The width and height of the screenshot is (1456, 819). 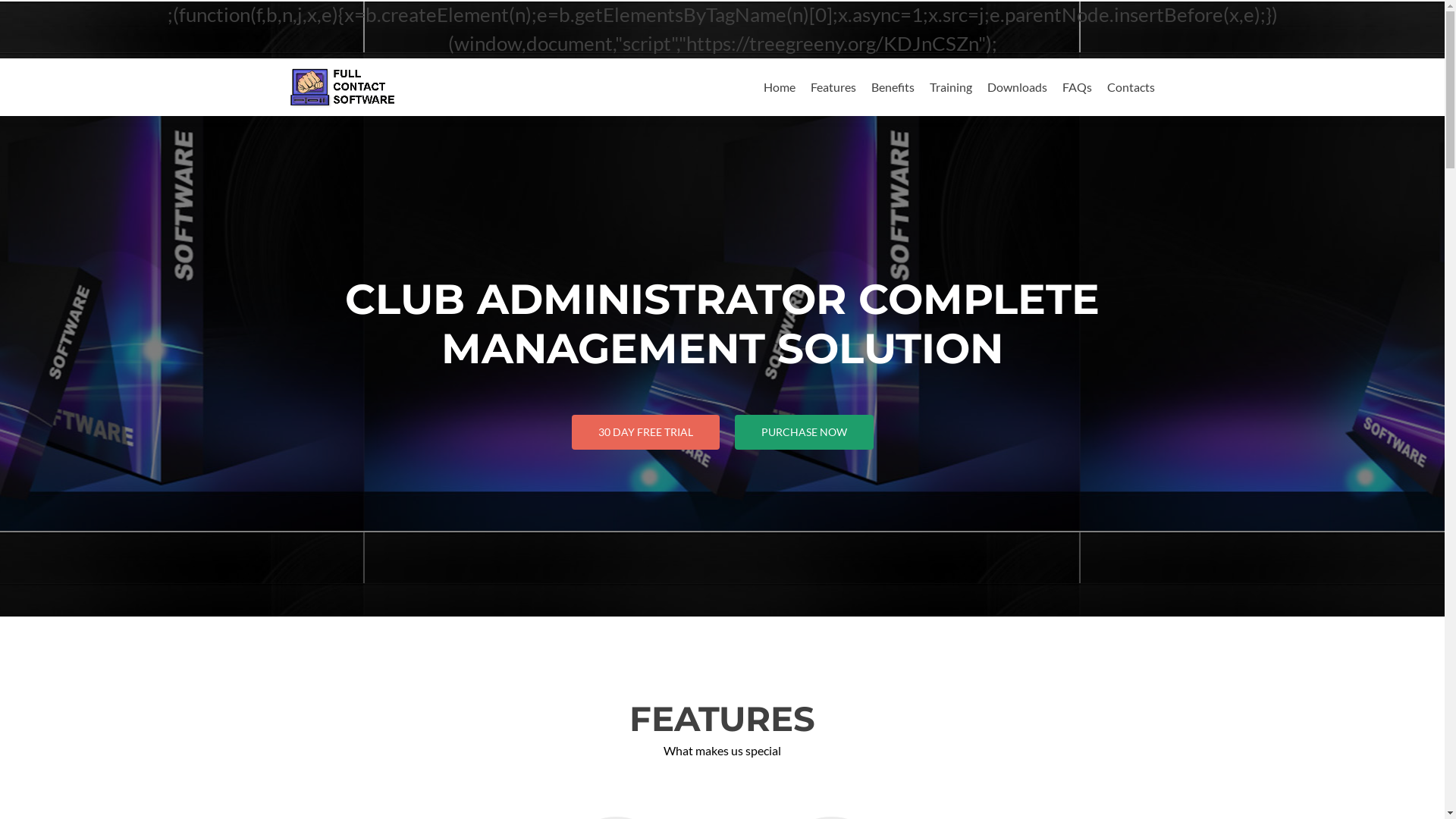 I want to click on 'PURCHASE NOW', so click(x=802, y=432).